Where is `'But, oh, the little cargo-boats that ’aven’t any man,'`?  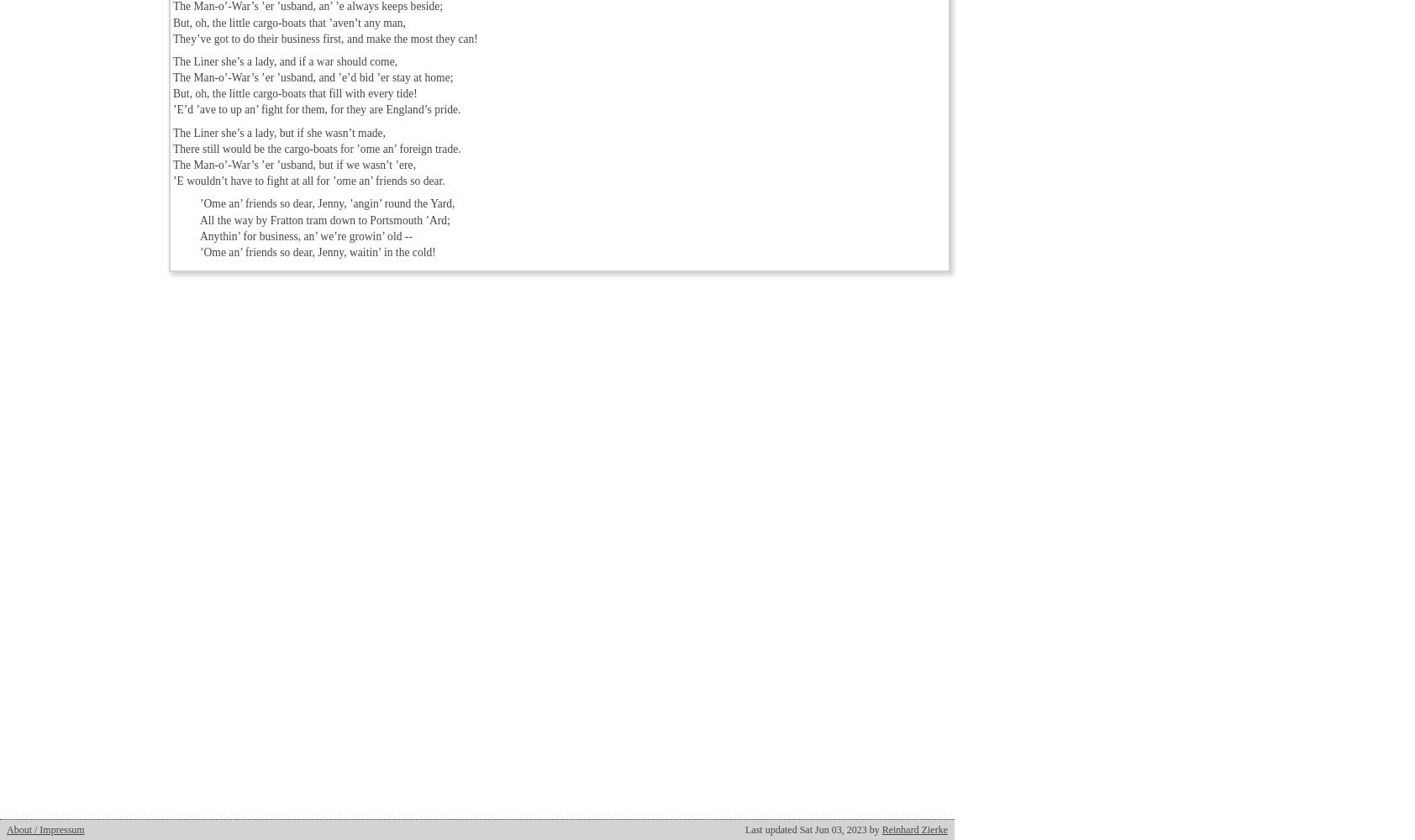
'But, oh, the little cargo-boats that ’aven’t any man,' is located at coordinates (289, 22).